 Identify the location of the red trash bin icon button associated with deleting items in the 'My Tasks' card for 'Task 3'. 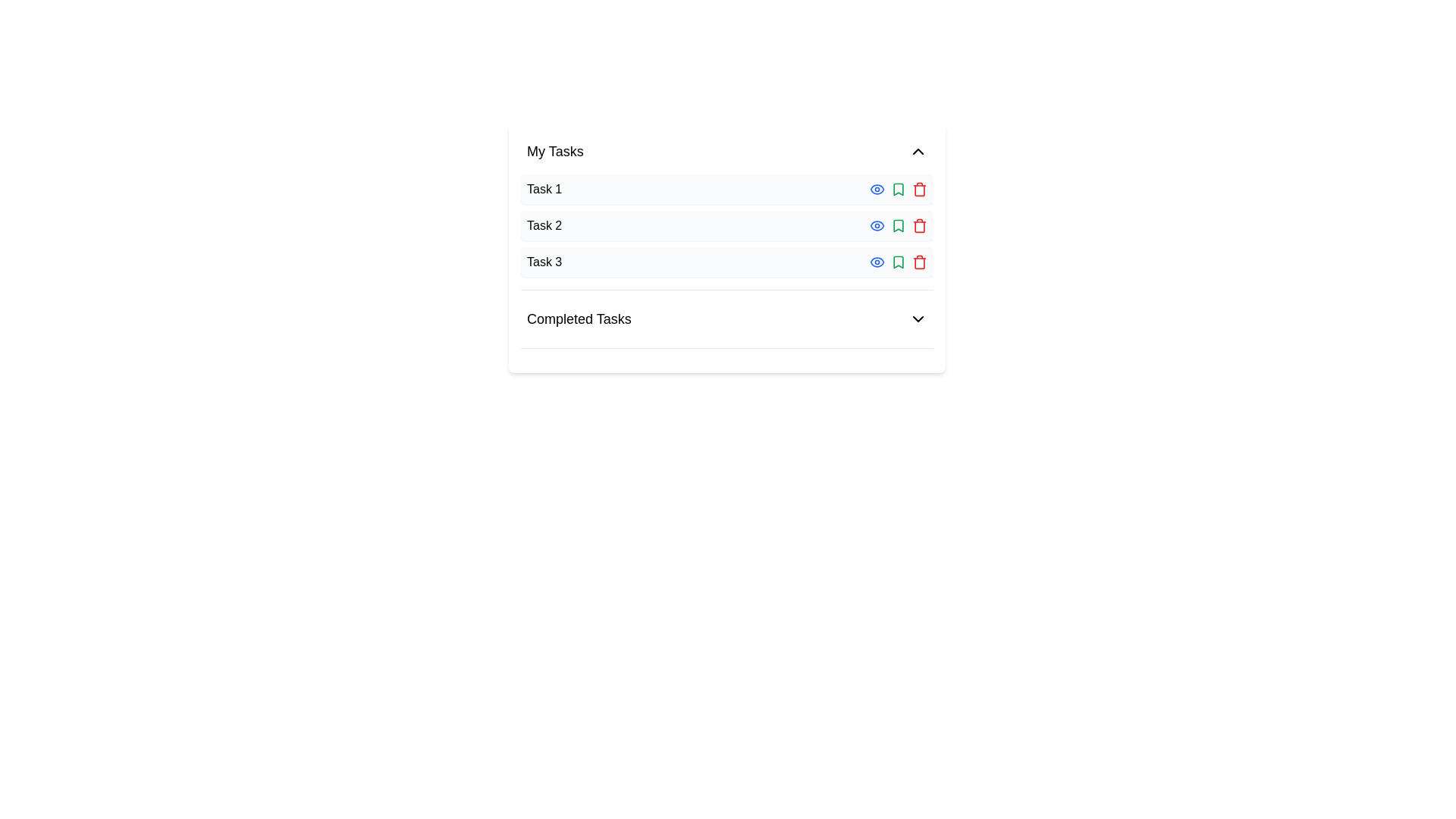
(919, 262).